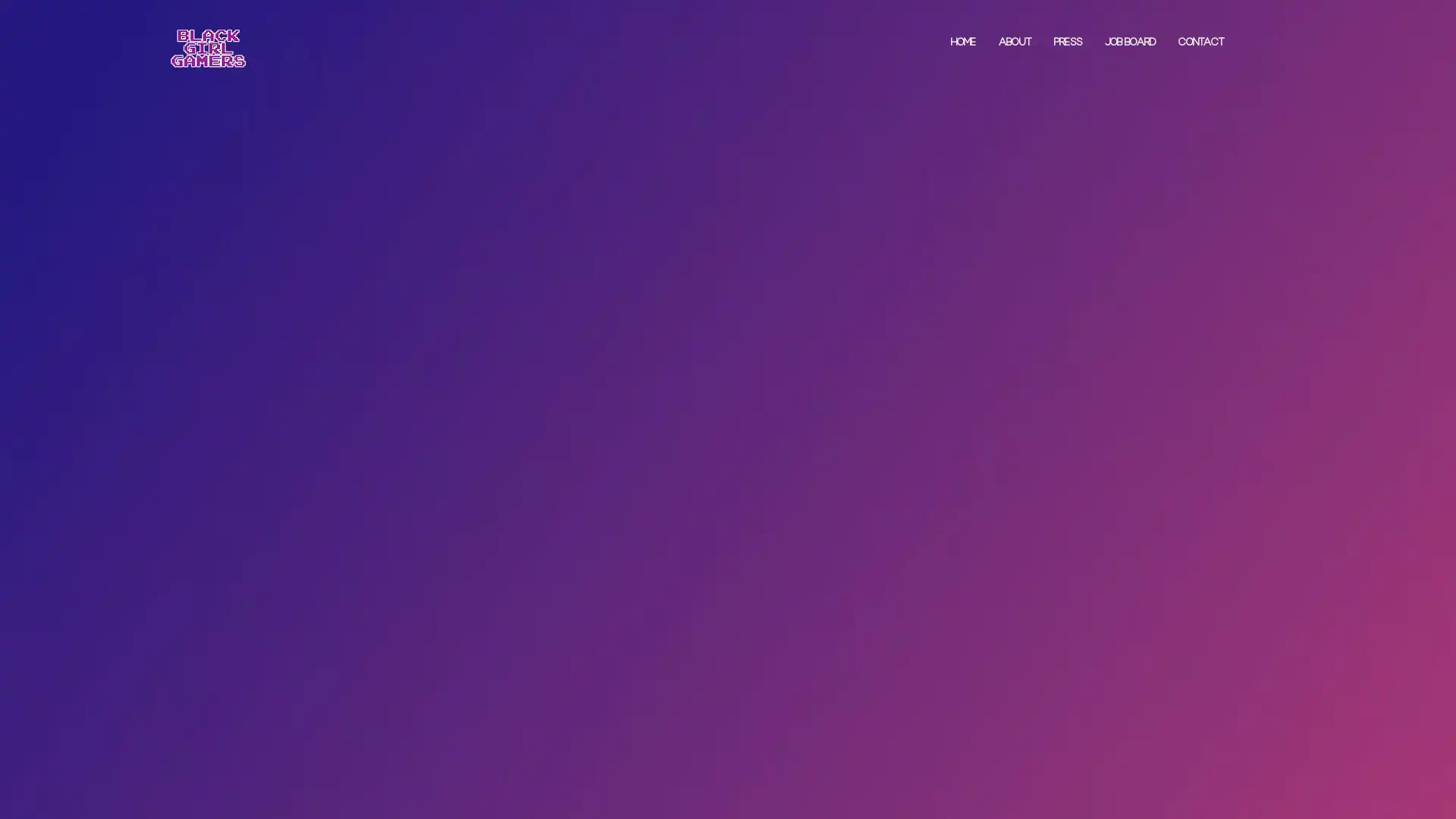 The width and height of the screenshot is (1456, 819). What do you see at coordinates (1437, 794) in the screenshot?
I see `Close` at bounding box center [1437, 794].